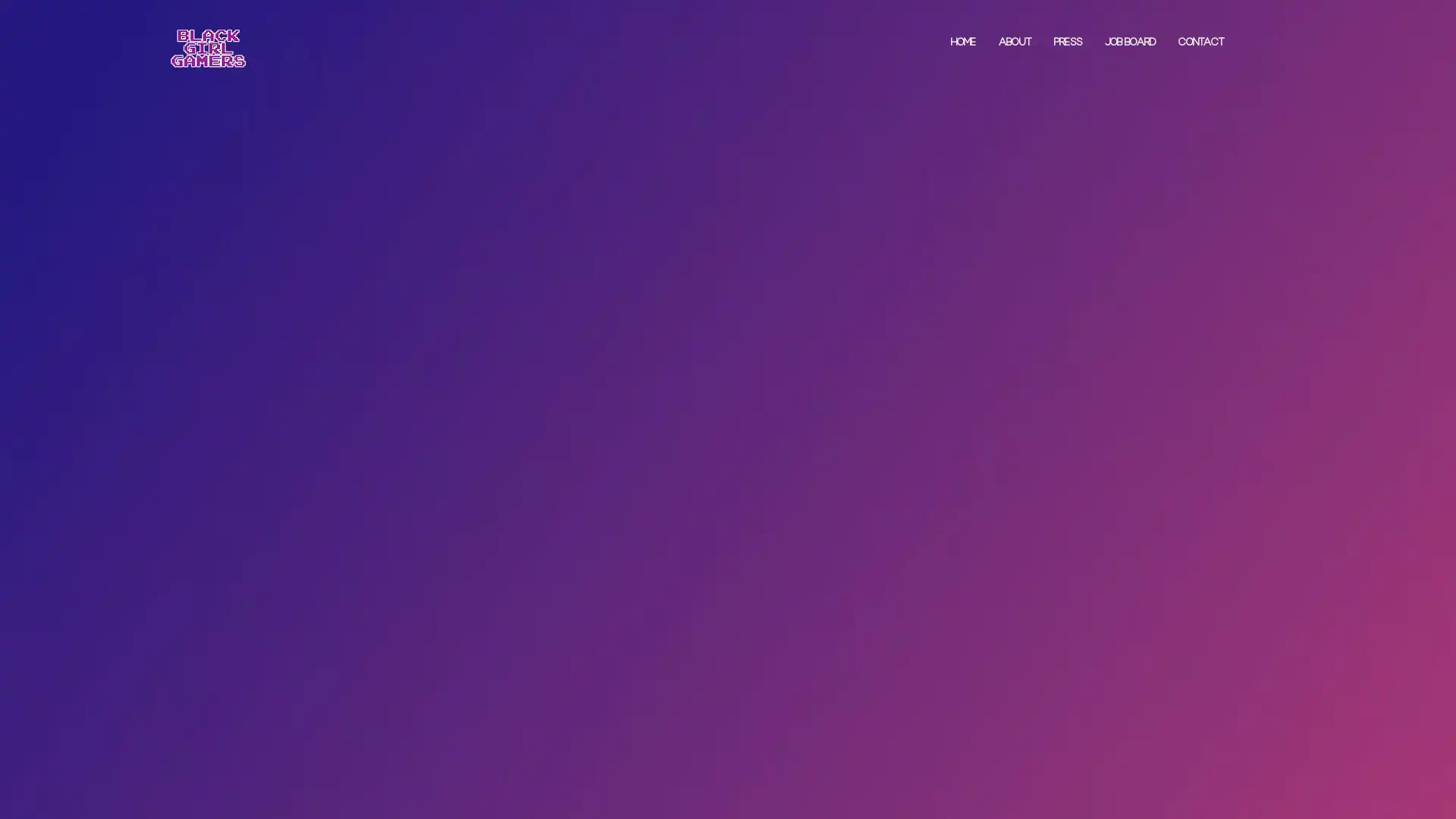 The width and height of the screenshot is (1456, 819). What do you see at coordinates (1437, 794) in the screenshot?
I see `Close` at bounding box center [1437, 794].